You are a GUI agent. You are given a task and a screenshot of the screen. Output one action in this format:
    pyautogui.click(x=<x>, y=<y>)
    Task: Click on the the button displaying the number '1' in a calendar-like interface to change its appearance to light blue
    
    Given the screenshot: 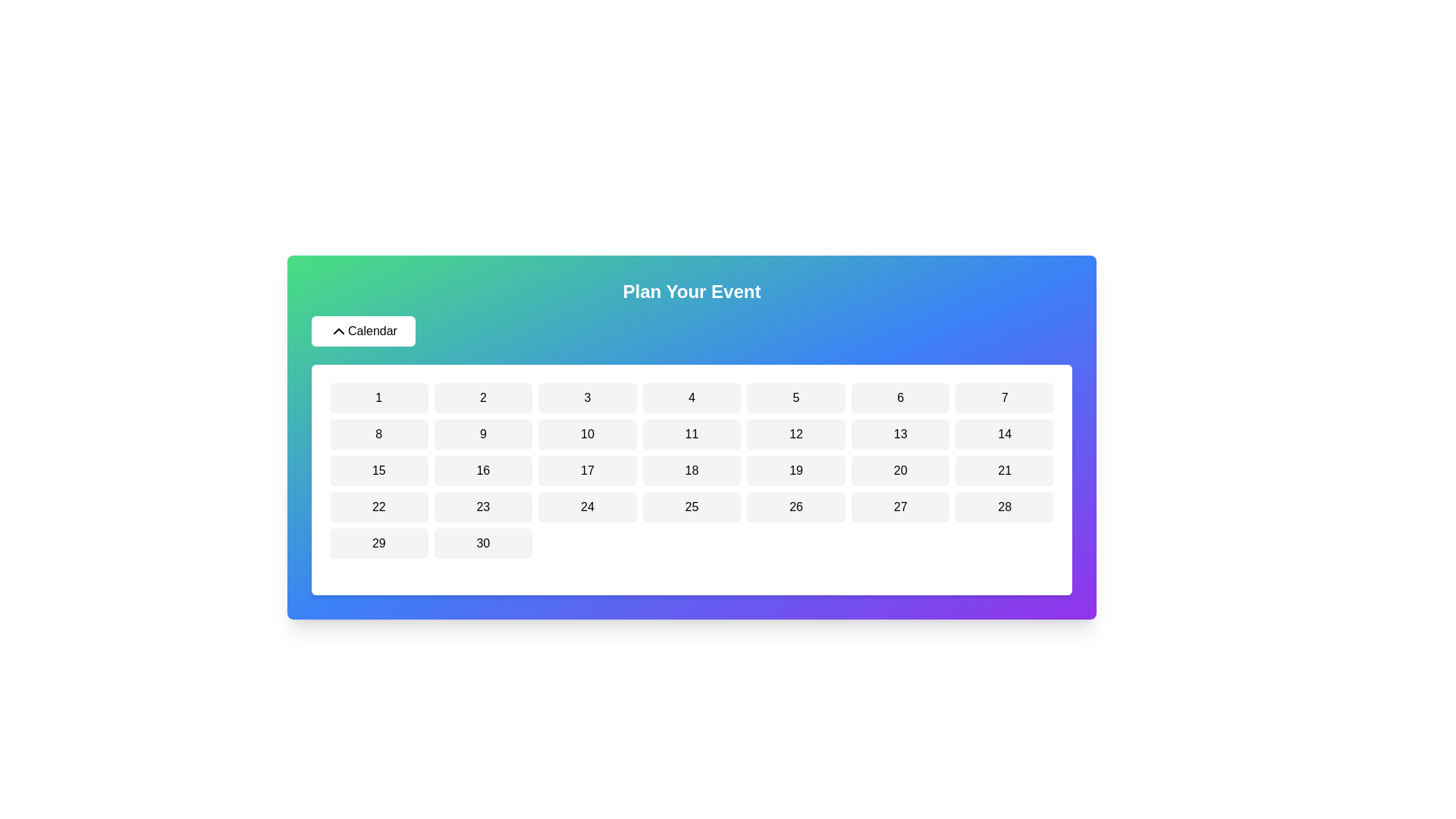 What is the action you would take?
    pyautogui.click(x=378, y=397)
    